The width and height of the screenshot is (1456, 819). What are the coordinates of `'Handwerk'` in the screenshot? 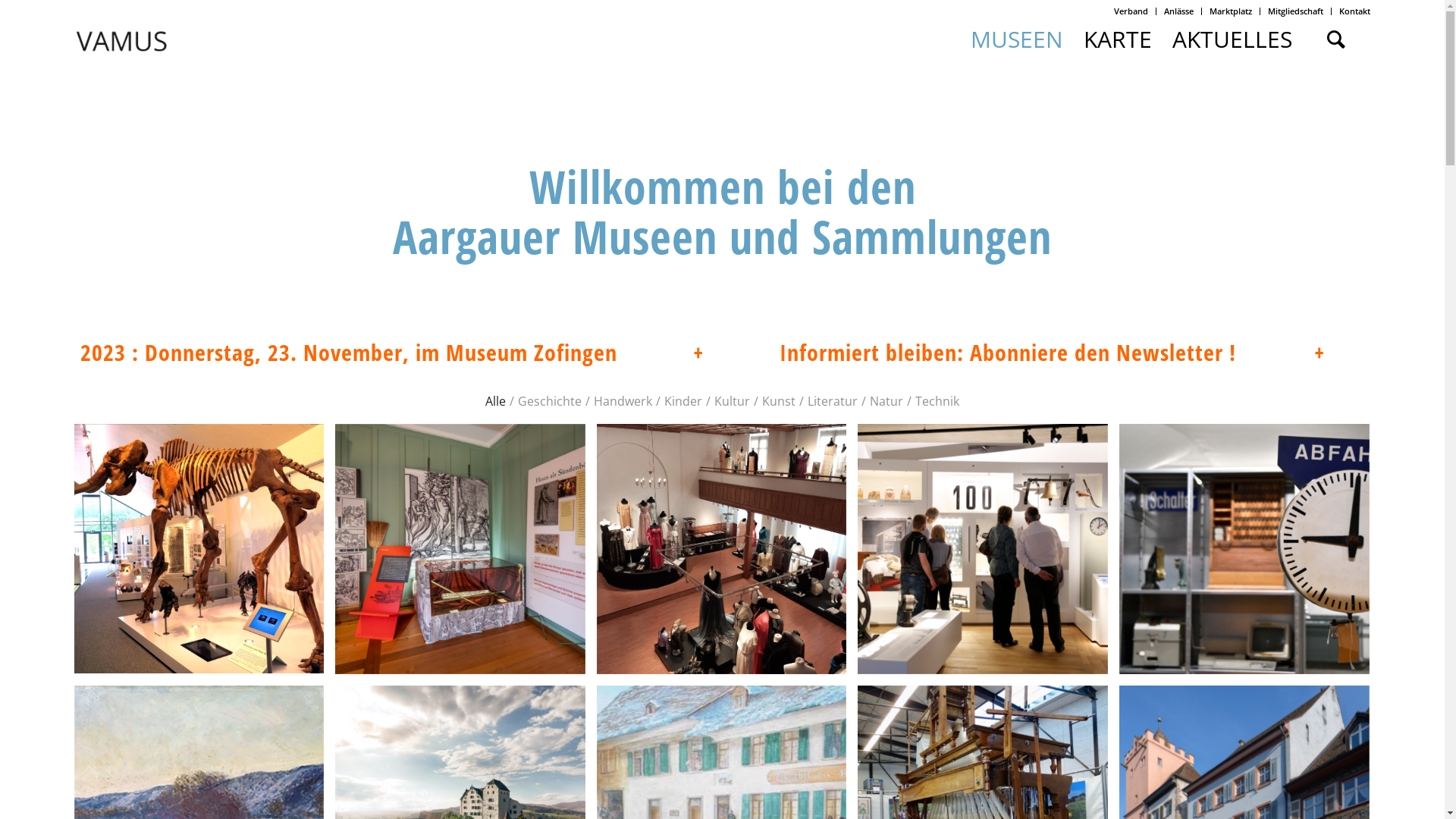 It's located at (623, 381).